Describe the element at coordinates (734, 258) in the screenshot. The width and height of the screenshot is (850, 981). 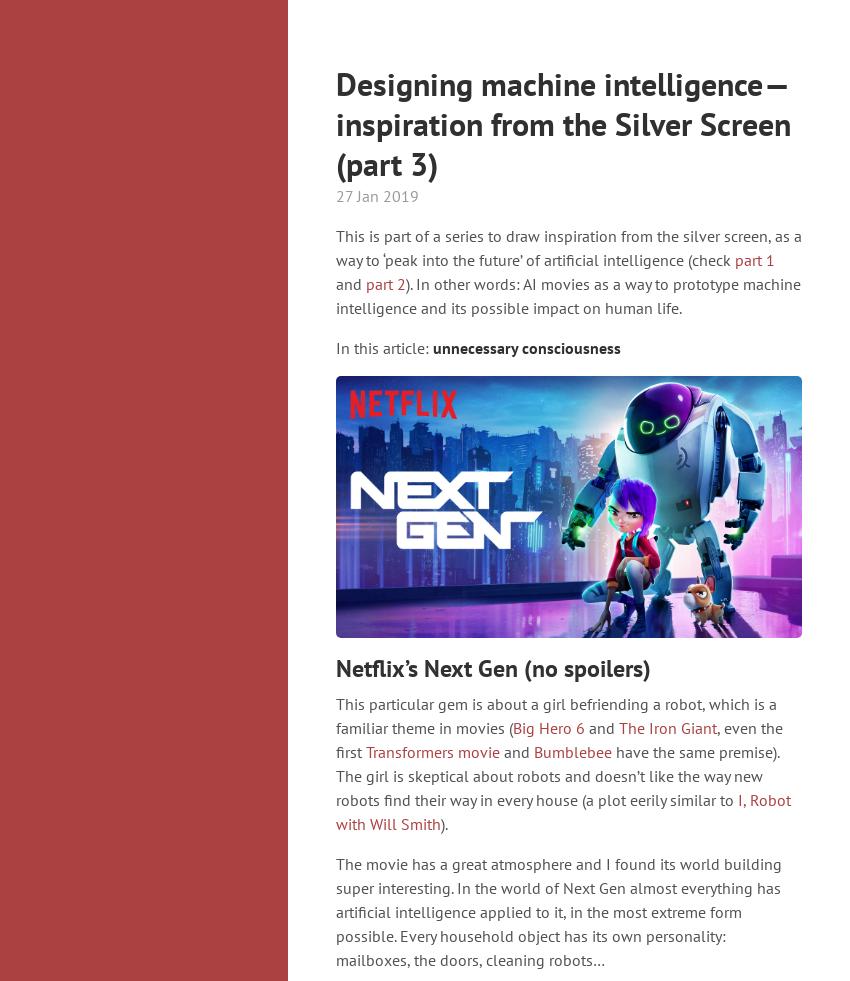
I see `'part 1'` at that location.